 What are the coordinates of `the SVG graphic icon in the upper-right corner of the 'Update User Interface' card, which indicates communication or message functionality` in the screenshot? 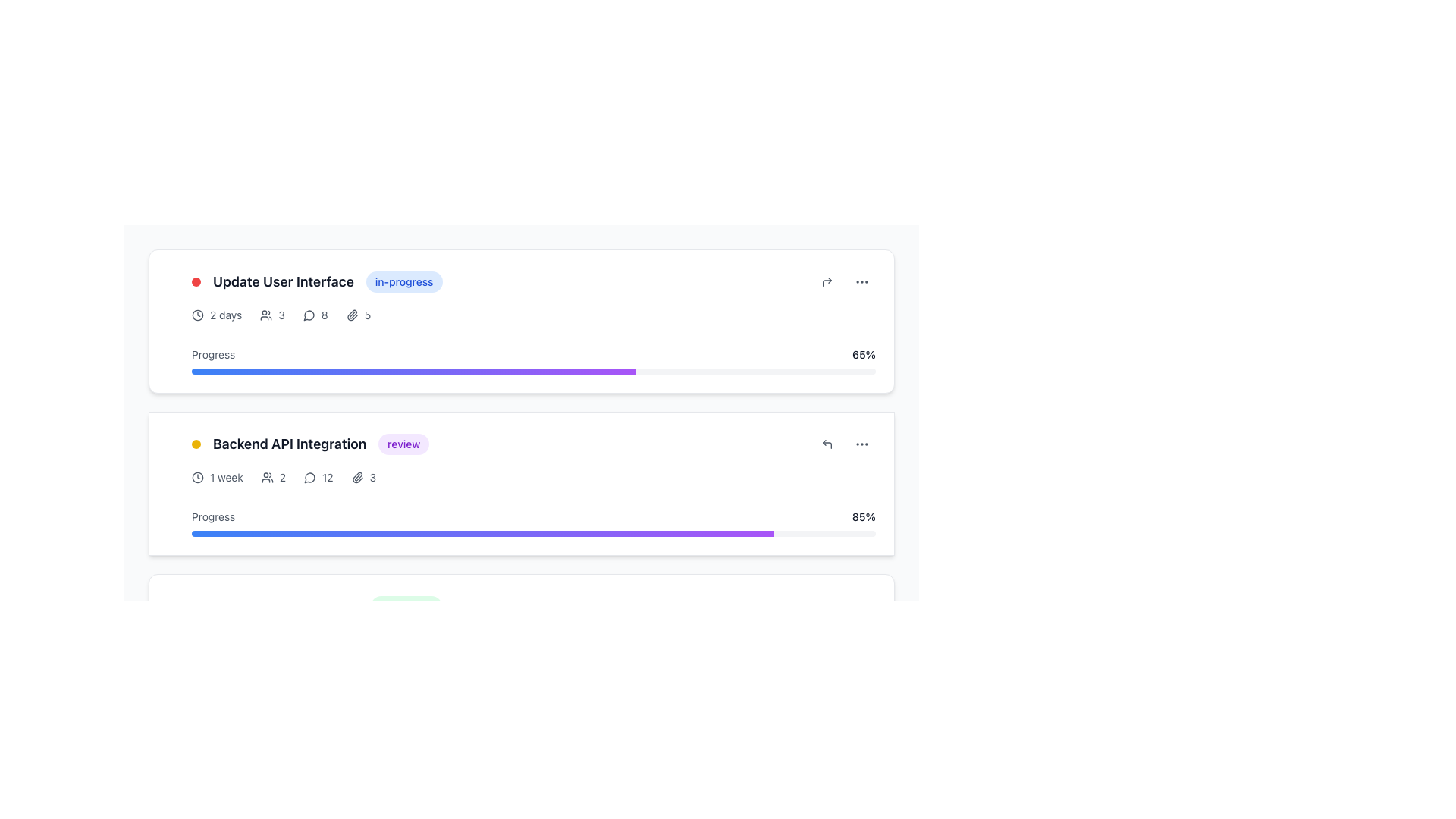 It's located at (309, 478).